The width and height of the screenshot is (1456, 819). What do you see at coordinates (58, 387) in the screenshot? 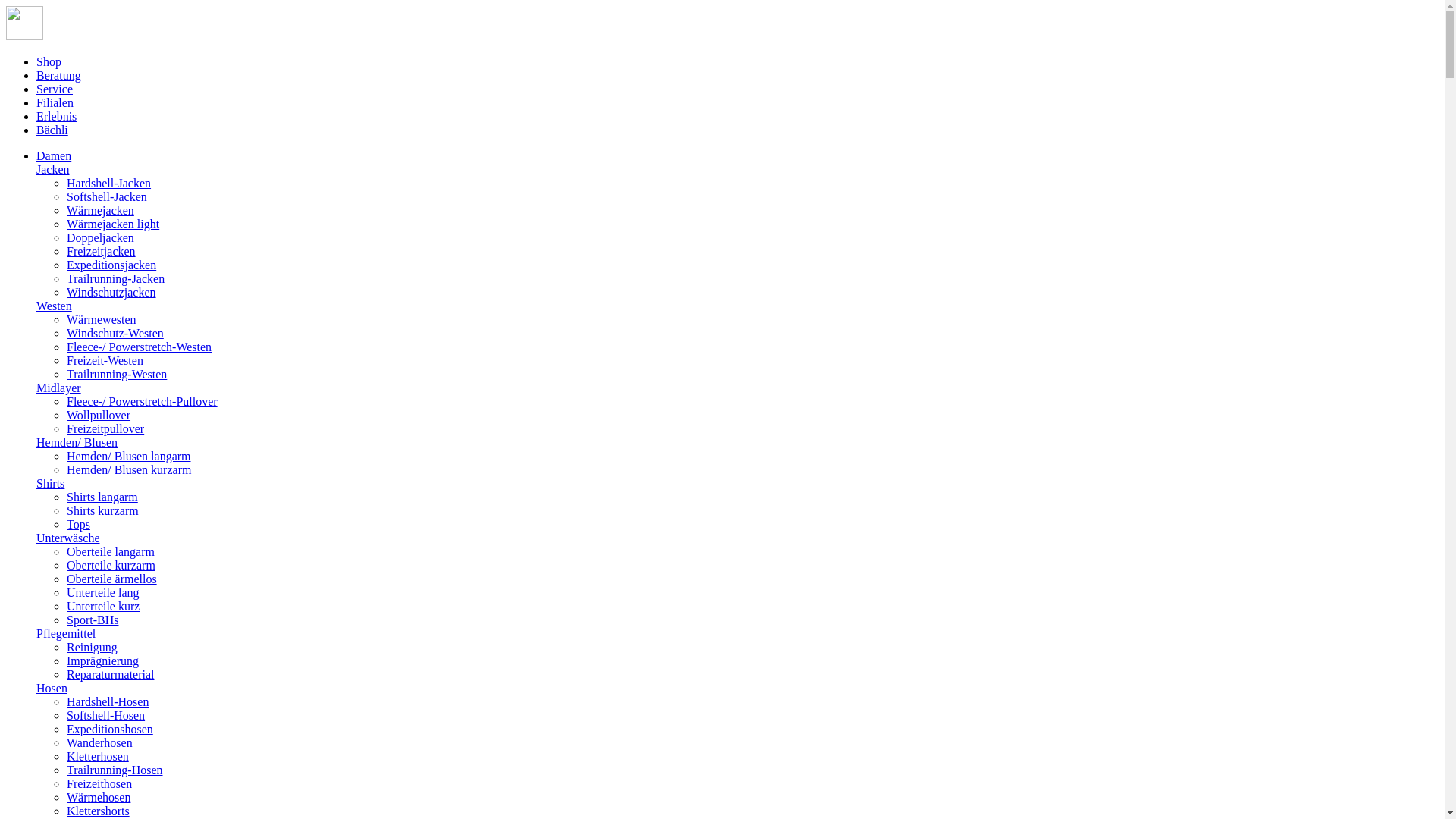
I see `'Midlayer'` at bounding box center [58, 387].